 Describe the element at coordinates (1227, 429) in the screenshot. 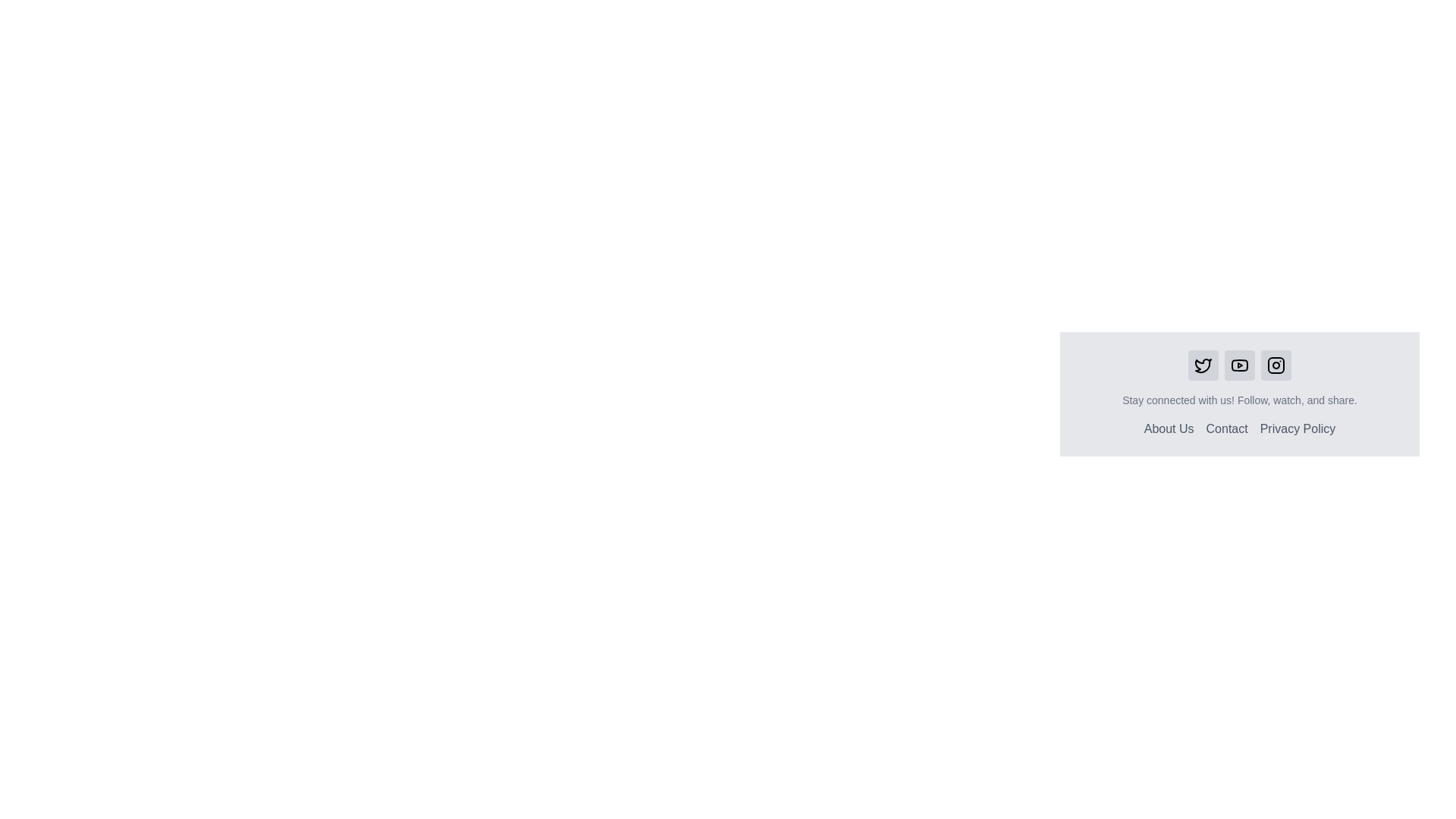

I see `the 'Contact' text hyperlink, which is styled in a sans-serif font and located near the bottom-center of the interface` at that location.